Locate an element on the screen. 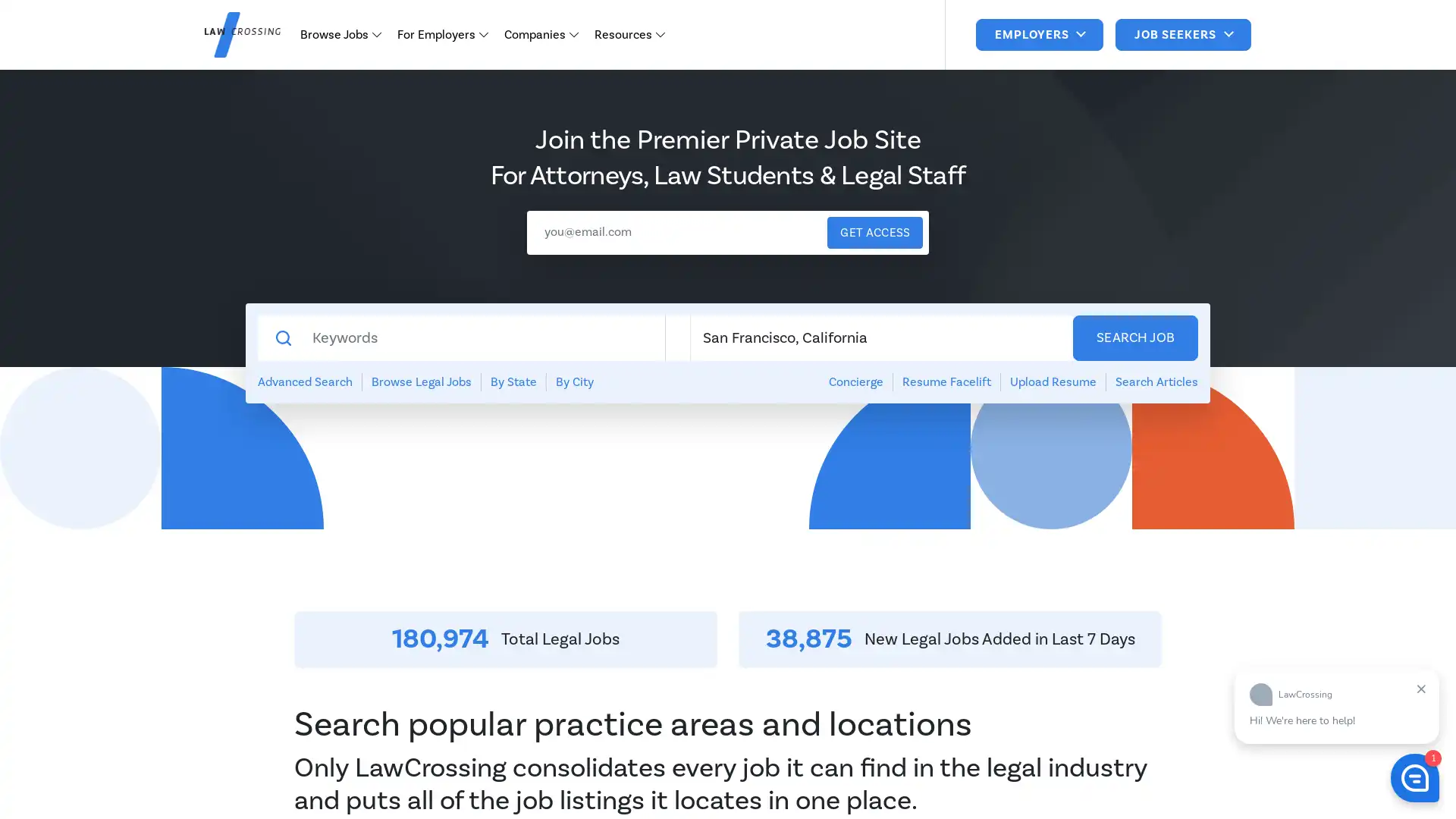 This screenshot has width=1456, height=819. SEARCH JOB is located at coordinates (1135, 337).